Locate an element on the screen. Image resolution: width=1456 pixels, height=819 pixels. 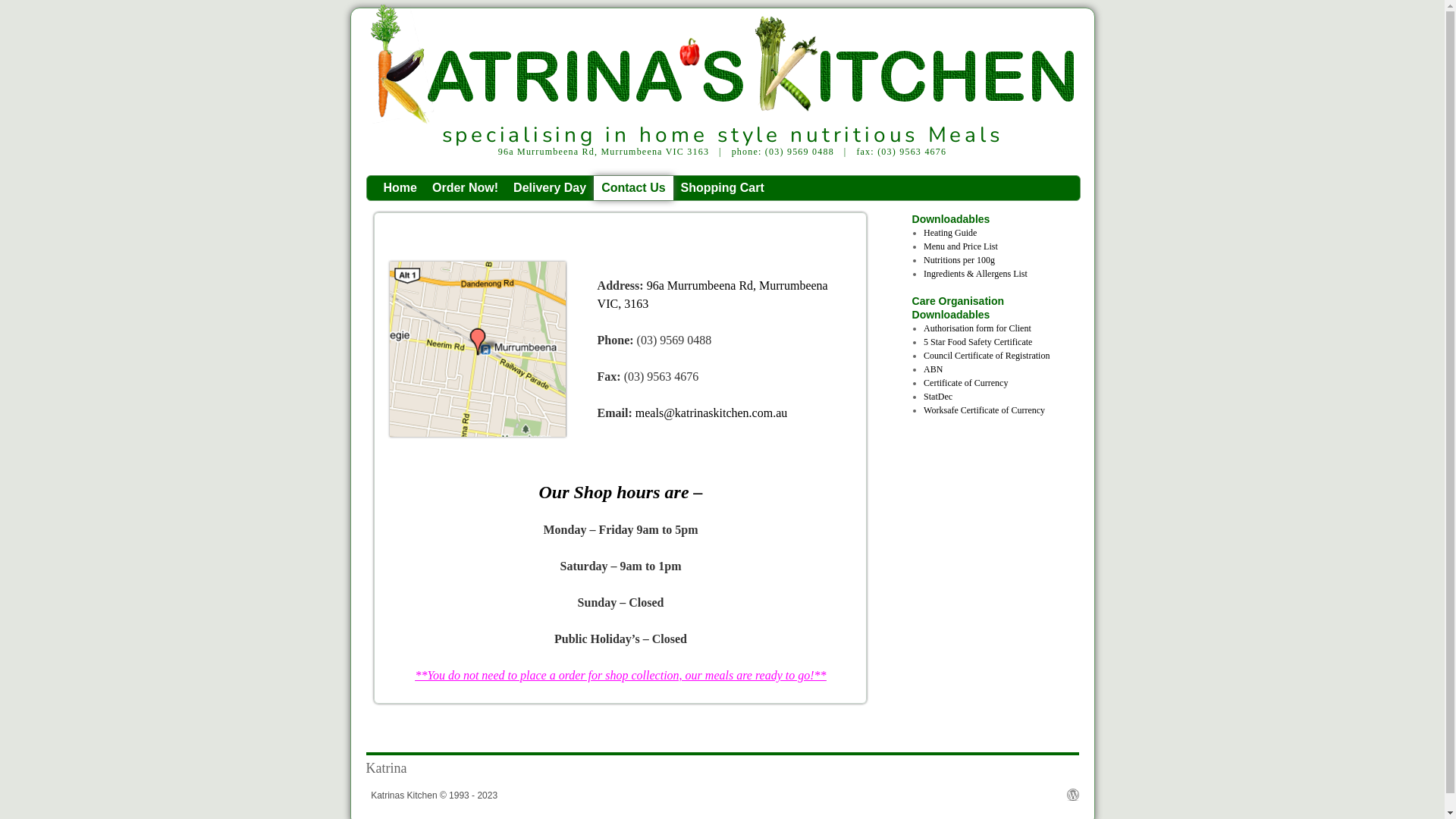
'Delivery Day' is located at coordinates (548, 187).